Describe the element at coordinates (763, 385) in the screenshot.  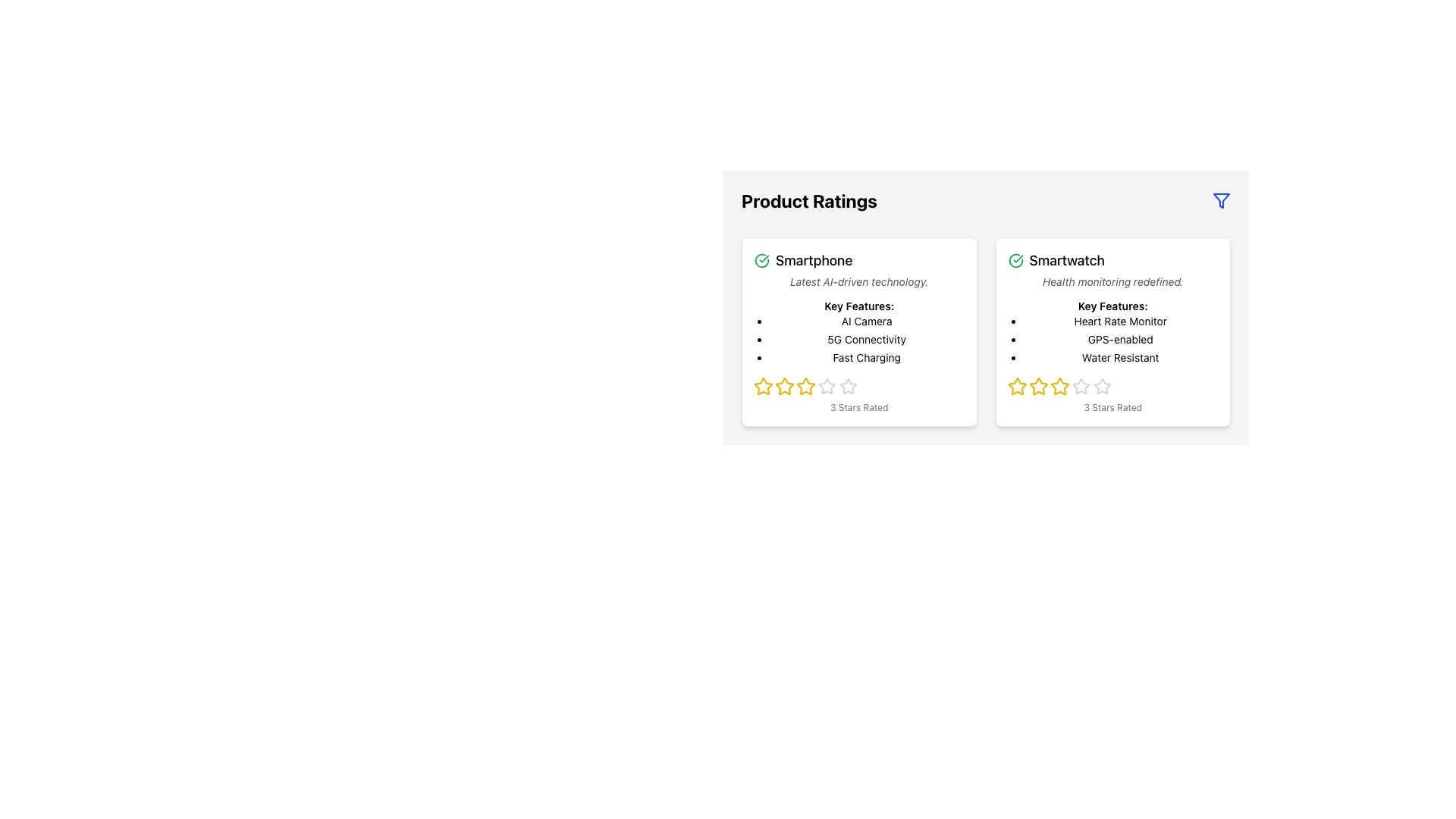
I see `the first star in the rating section of the 'Smartphone' product card to give a rating` at that location.